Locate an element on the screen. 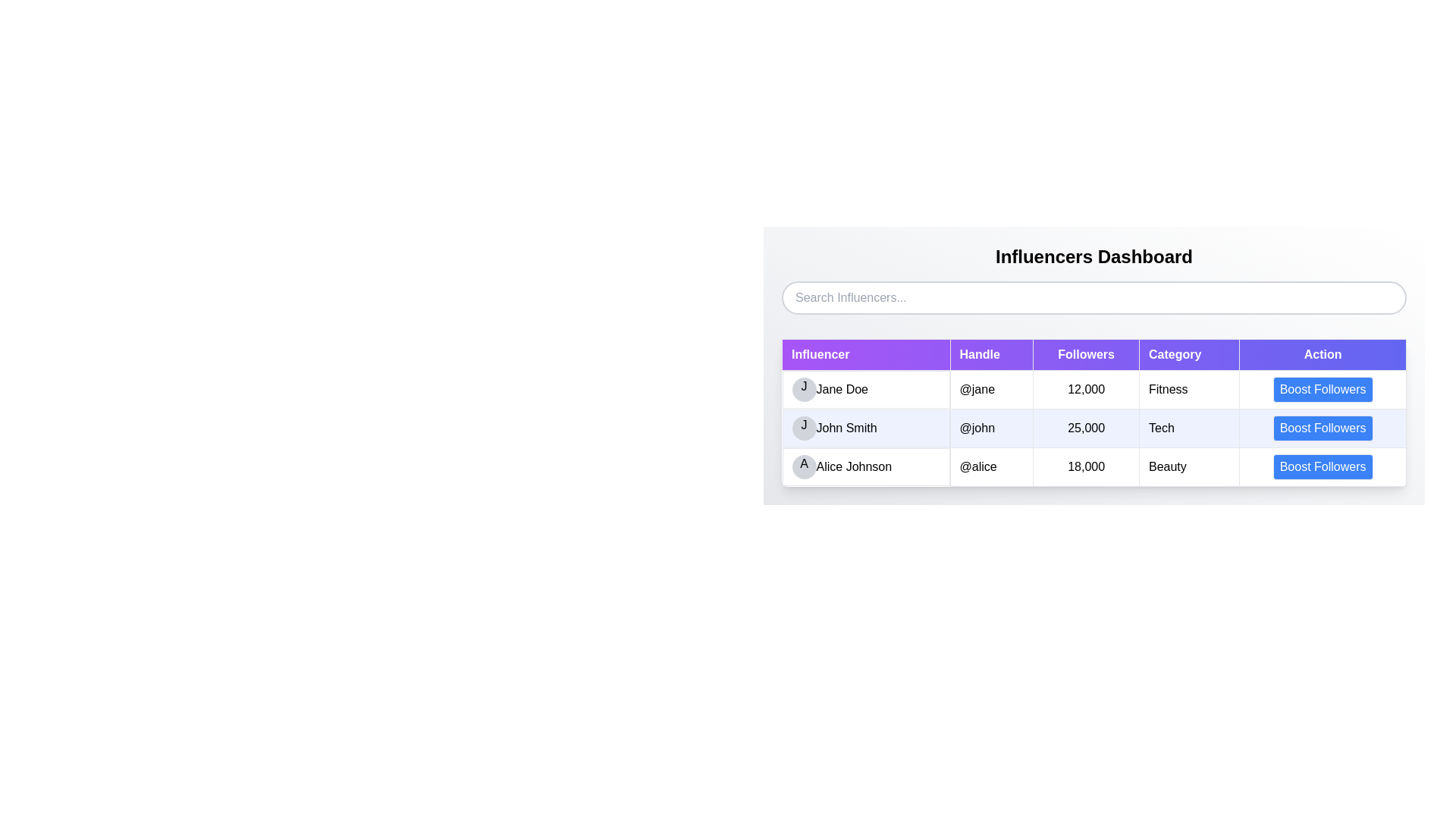 This screenshot has width=1456, height=819. the Text Label element that displays 'Action', which is the fifth column header in the table, characterized by its white text on a purple background is located at coordinates (1322, 354).